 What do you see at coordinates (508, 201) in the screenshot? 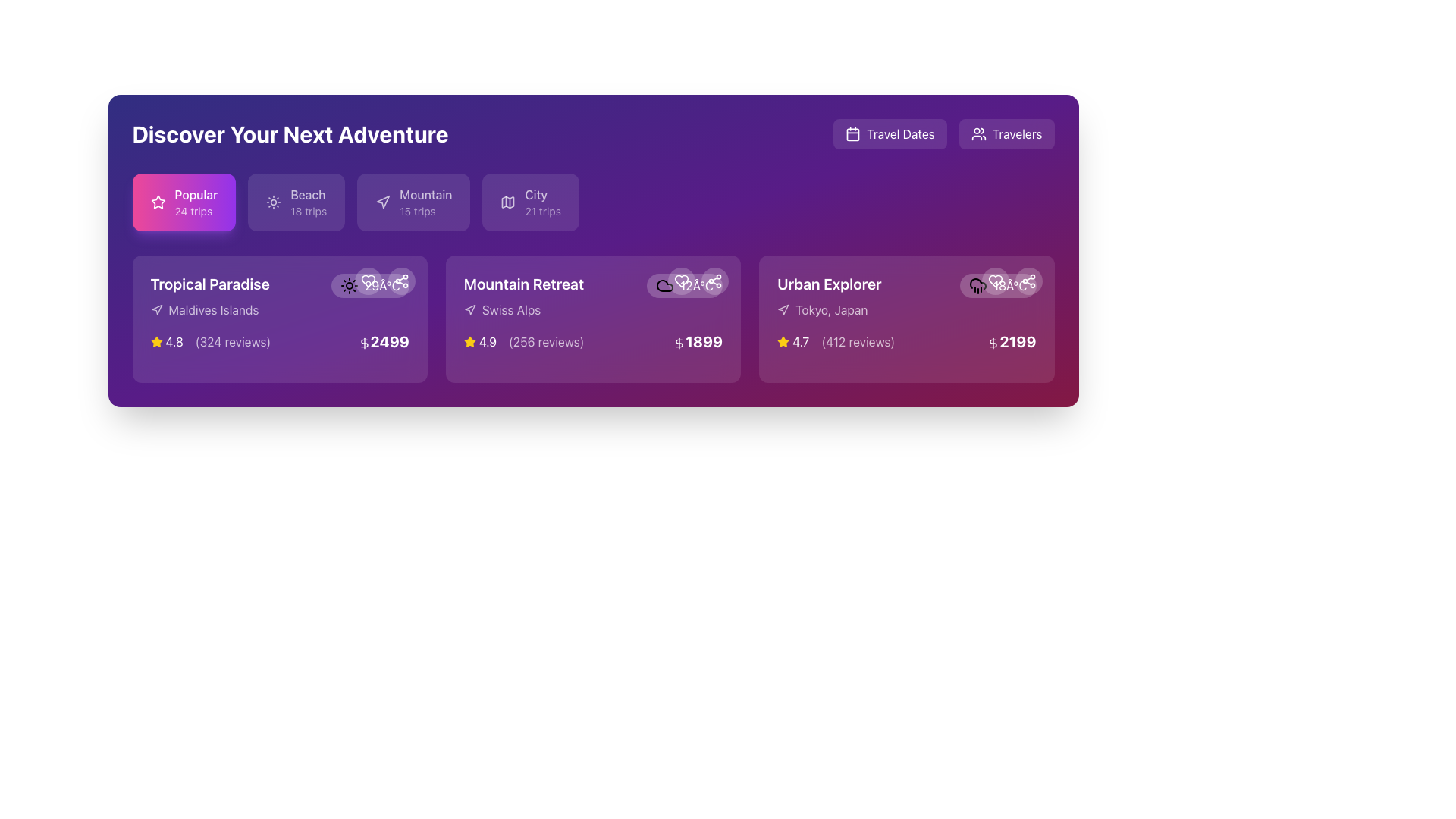
I see `the Vector graphic component within the SVG located at the top-right of the 'Mountain Retreat' card` at bounding box center [508, 201].